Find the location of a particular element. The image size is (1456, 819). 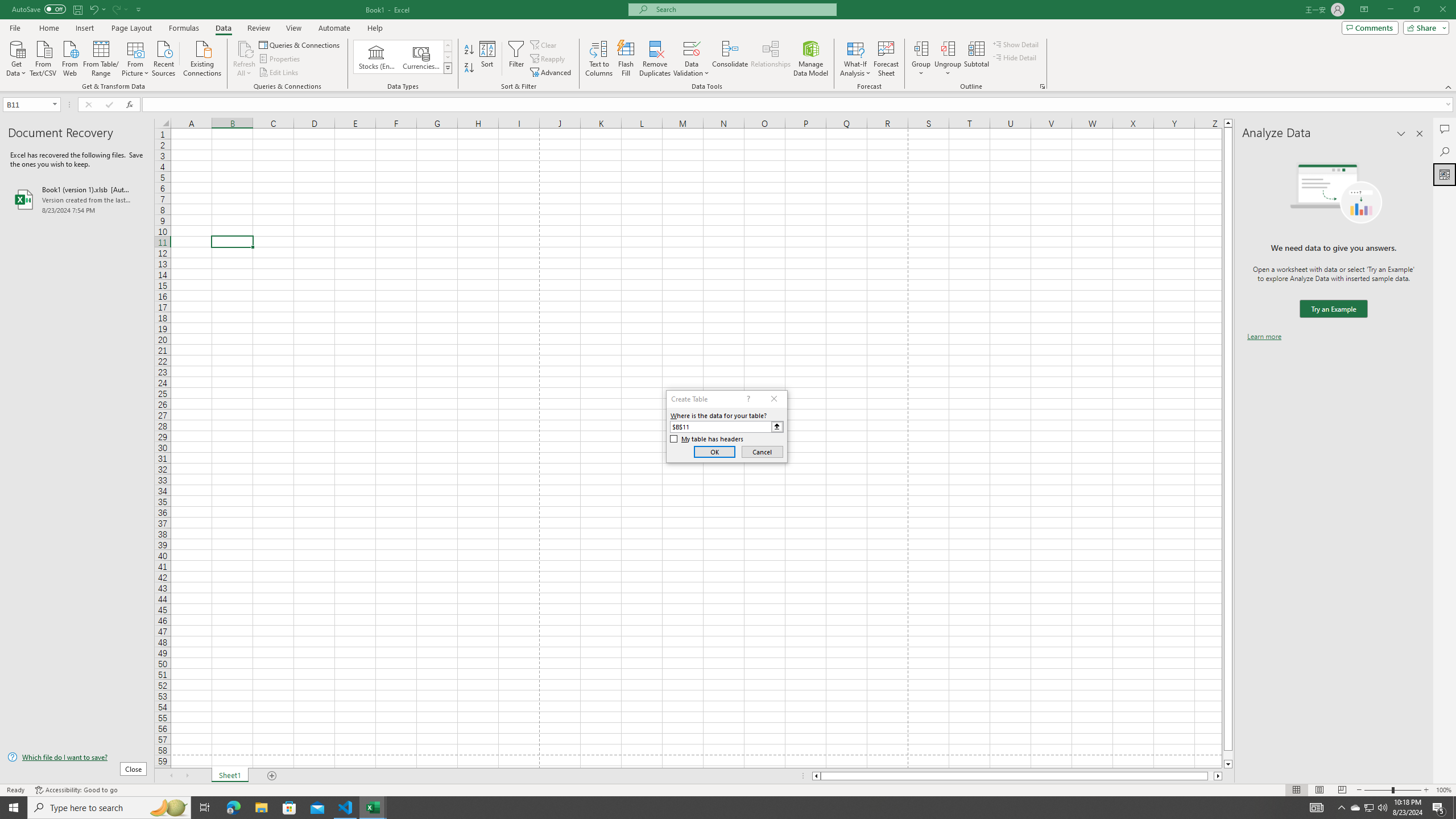

'Zoom' is located at coordinates (1392, 790).